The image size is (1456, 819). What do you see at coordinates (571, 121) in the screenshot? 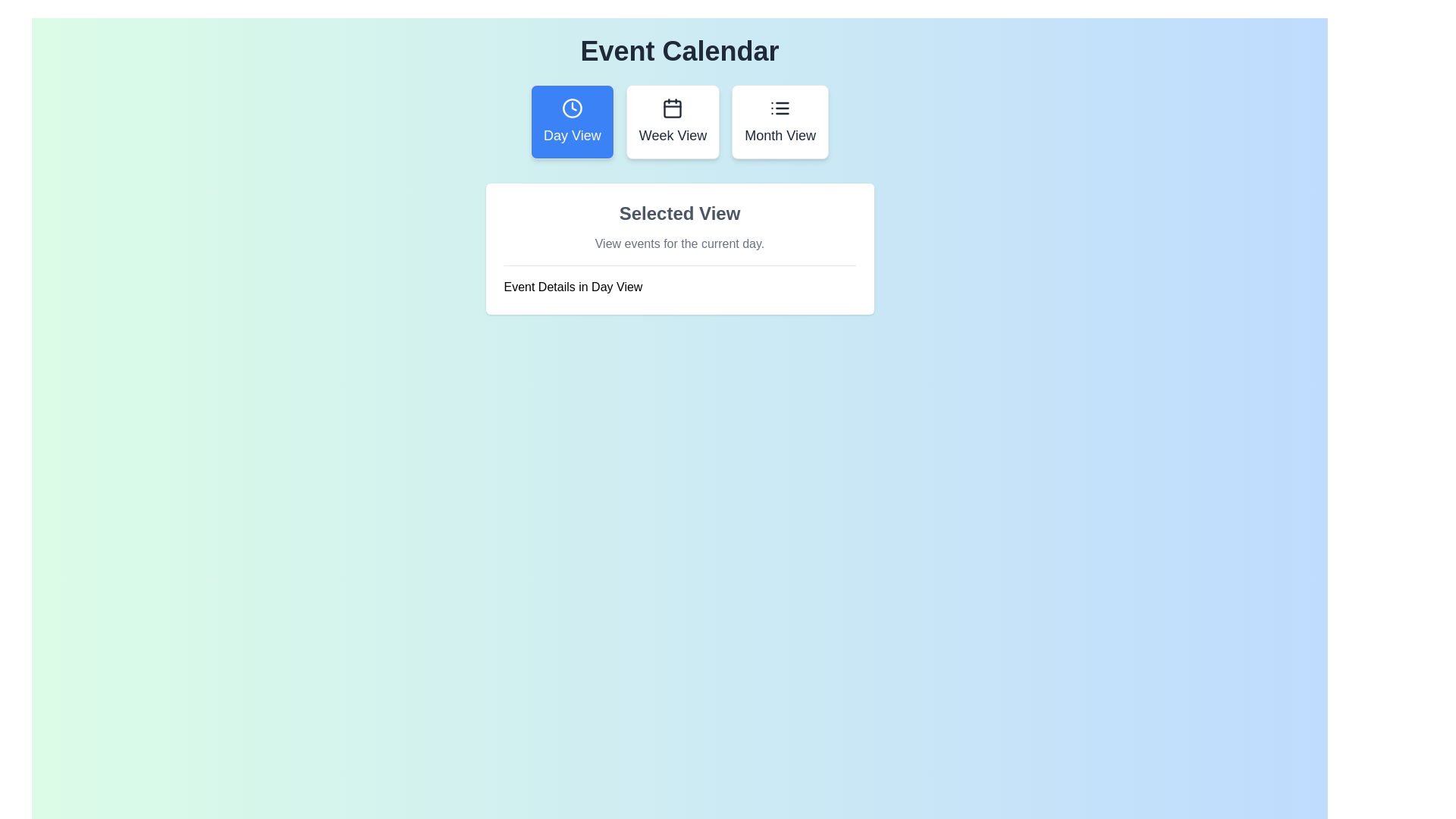
I see `the button labeled 'Day View' to observe its hover effect` at bounding box center [571, 121].